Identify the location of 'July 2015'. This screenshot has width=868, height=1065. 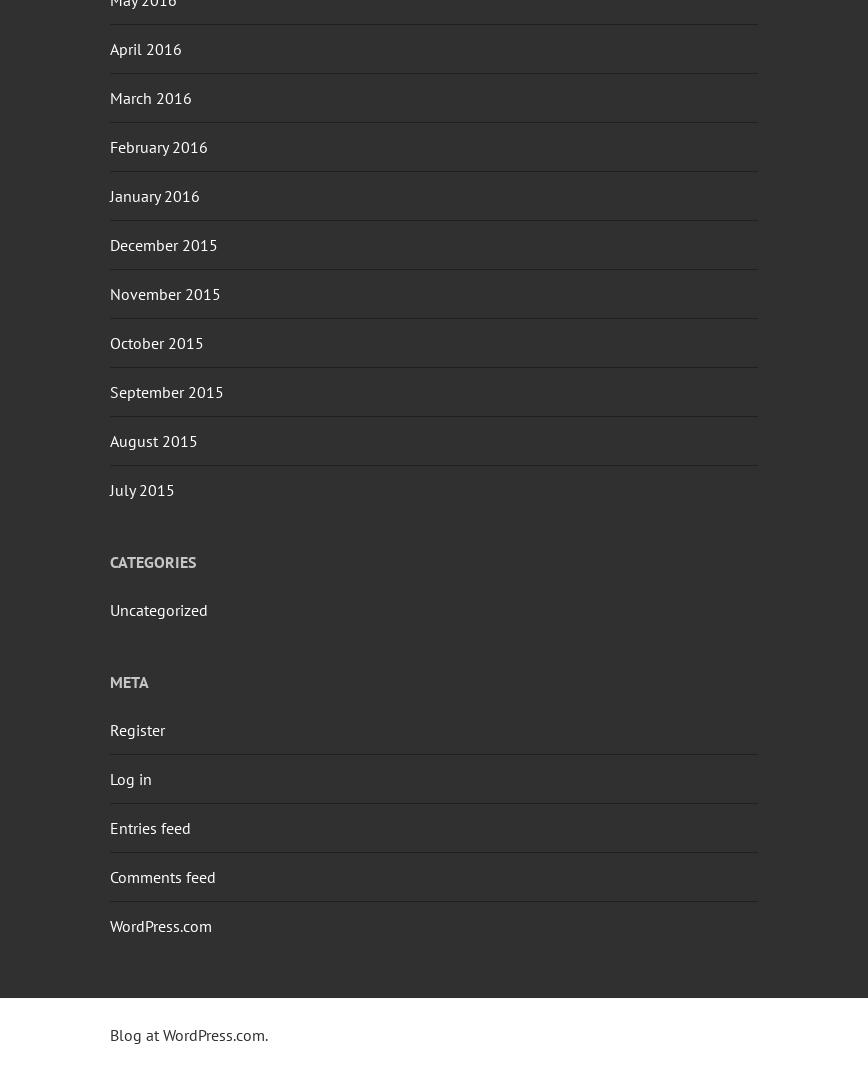
(142, 488).